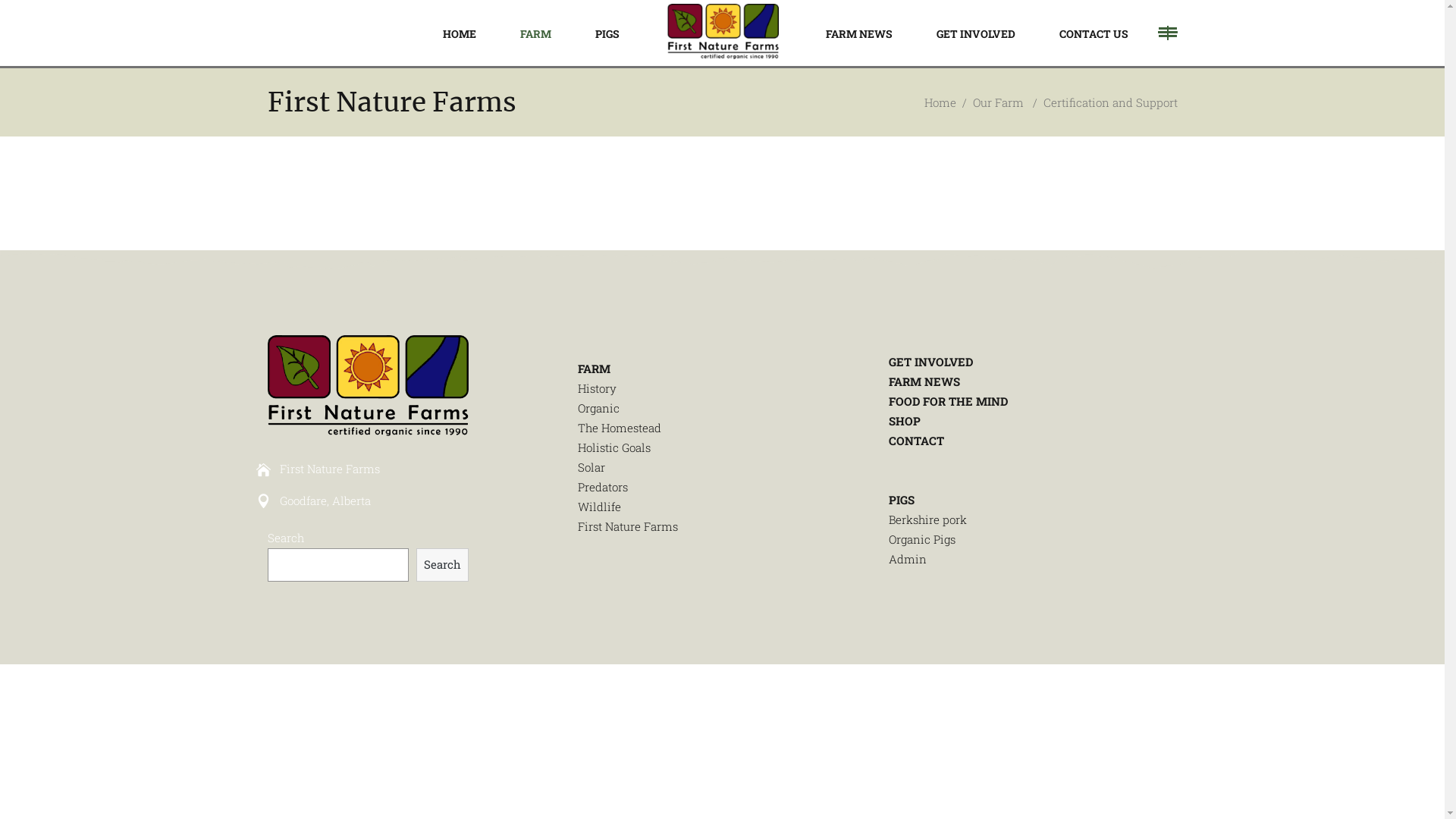  I want to click on 'GET INVOLVED', so click(975, 33).